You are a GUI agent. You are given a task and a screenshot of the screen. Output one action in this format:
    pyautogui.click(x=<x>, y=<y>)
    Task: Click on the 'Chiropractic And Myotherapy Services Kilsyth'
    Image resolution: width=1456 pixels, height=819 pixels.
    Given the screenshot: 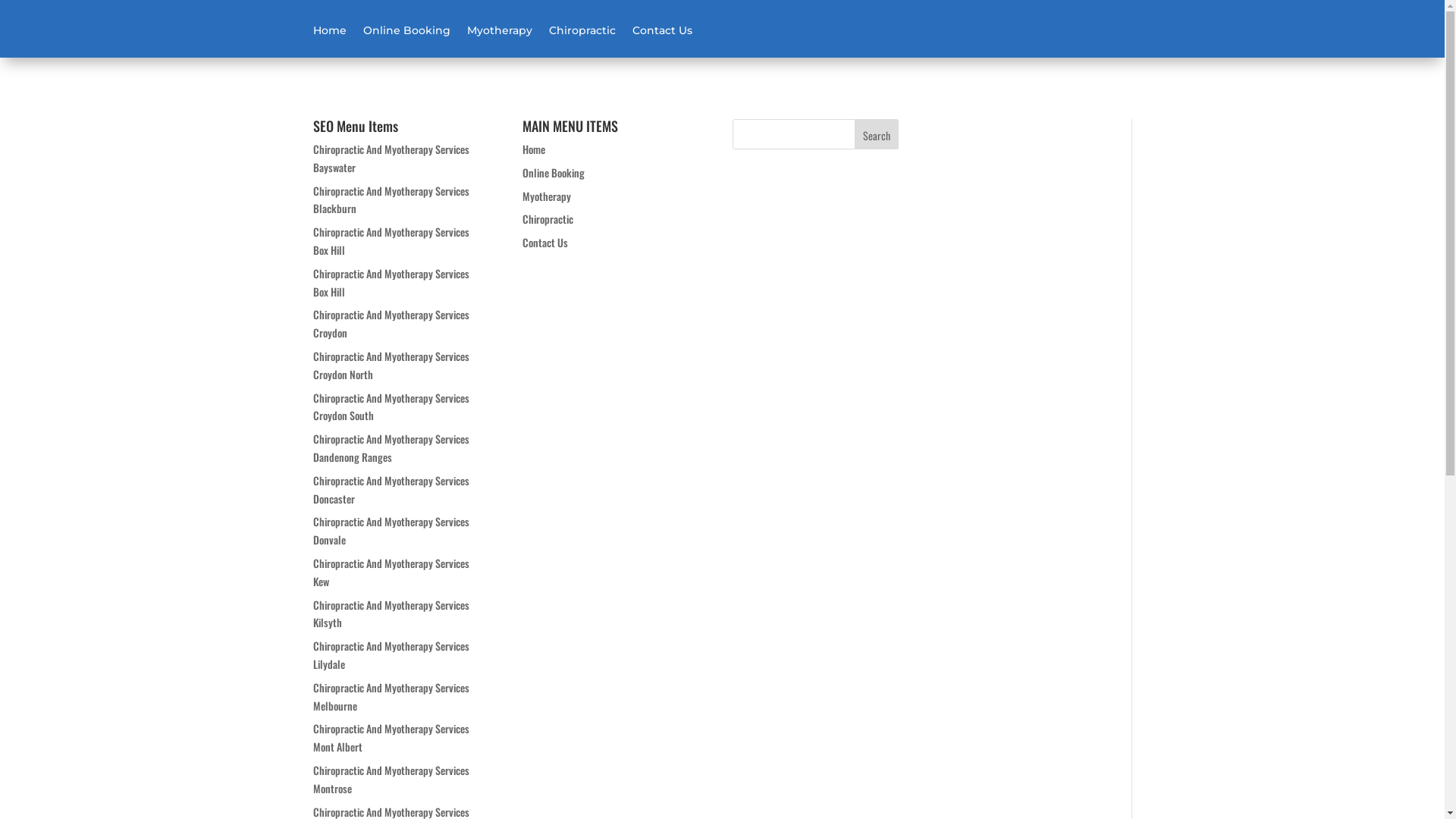 What is the action you would take?
    pyautogui.click(x=390, y=613)
    